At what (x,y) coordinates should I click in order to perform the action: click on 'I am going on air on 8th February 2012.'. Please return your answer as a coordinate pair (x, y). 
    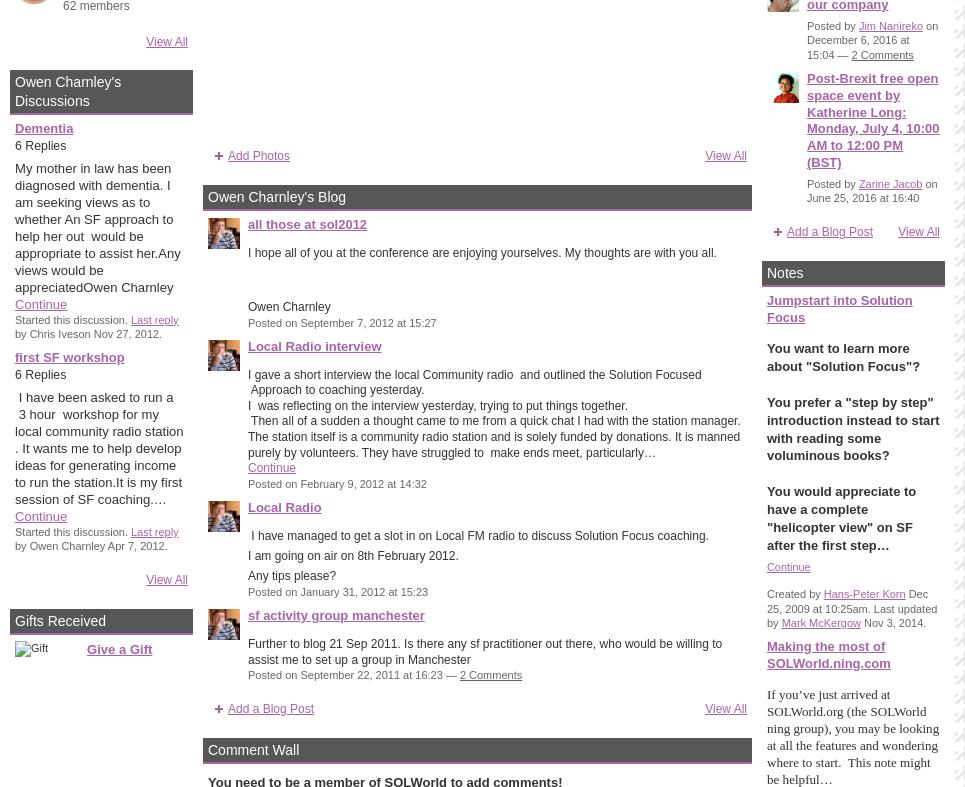
    Looking at the image, I should click on (247, 555).